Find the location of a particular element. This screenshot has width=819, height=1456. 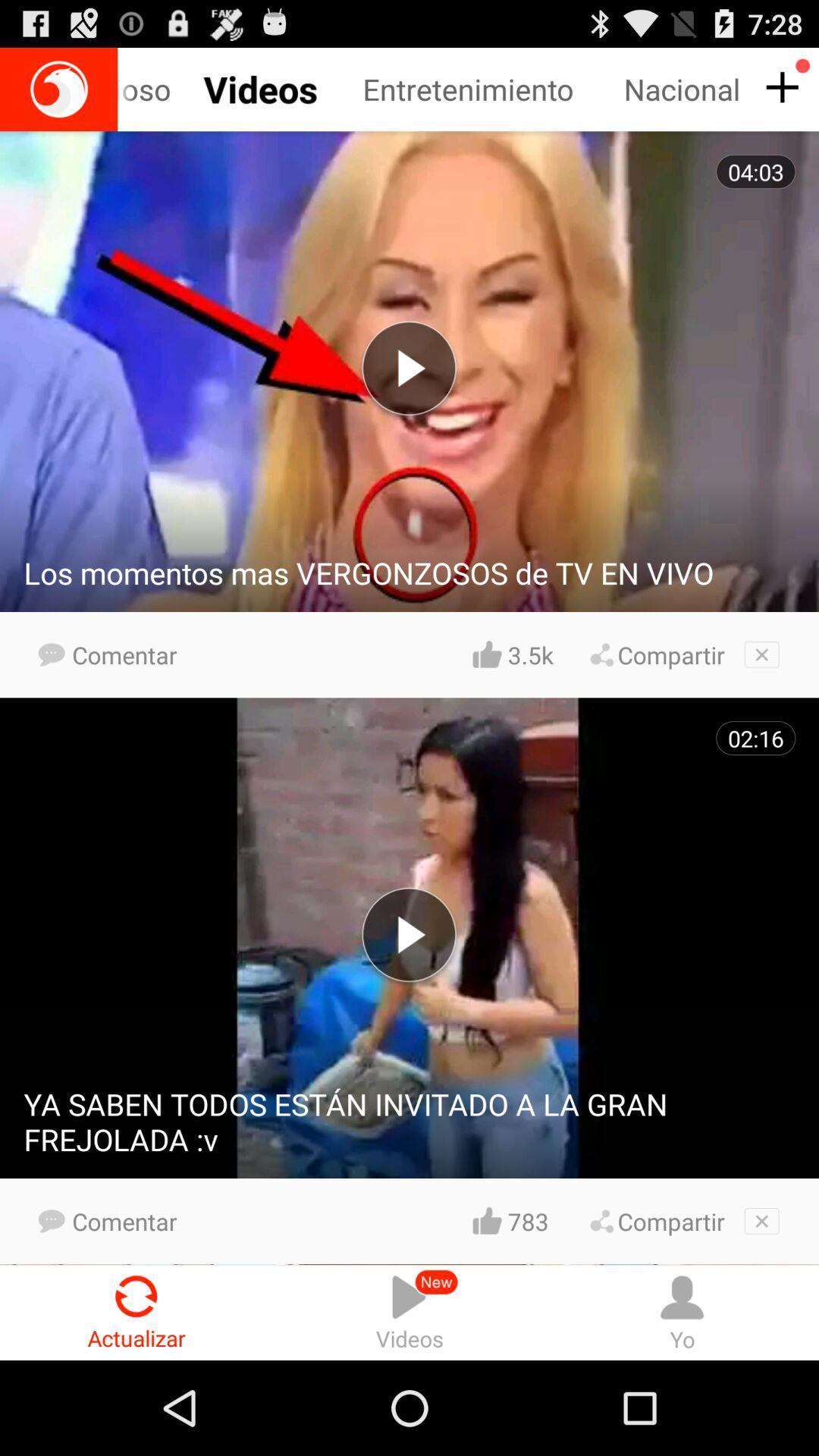

item next to comentar is located at coordinates (529, 654).